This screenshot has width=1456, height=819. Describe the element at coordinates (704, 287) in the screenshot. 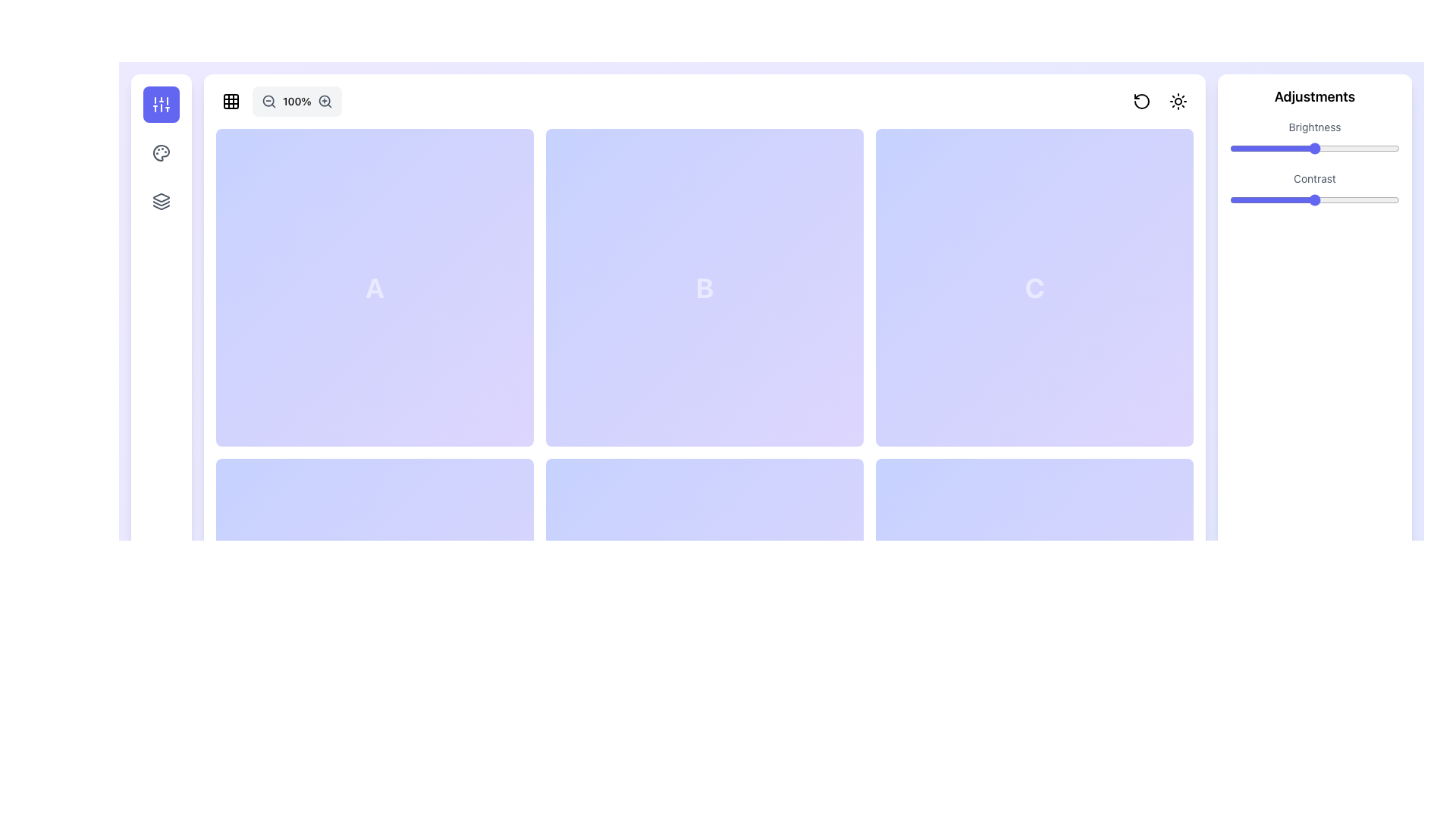

I see `the button centered in the purple tile labeled 'B'` at that location.